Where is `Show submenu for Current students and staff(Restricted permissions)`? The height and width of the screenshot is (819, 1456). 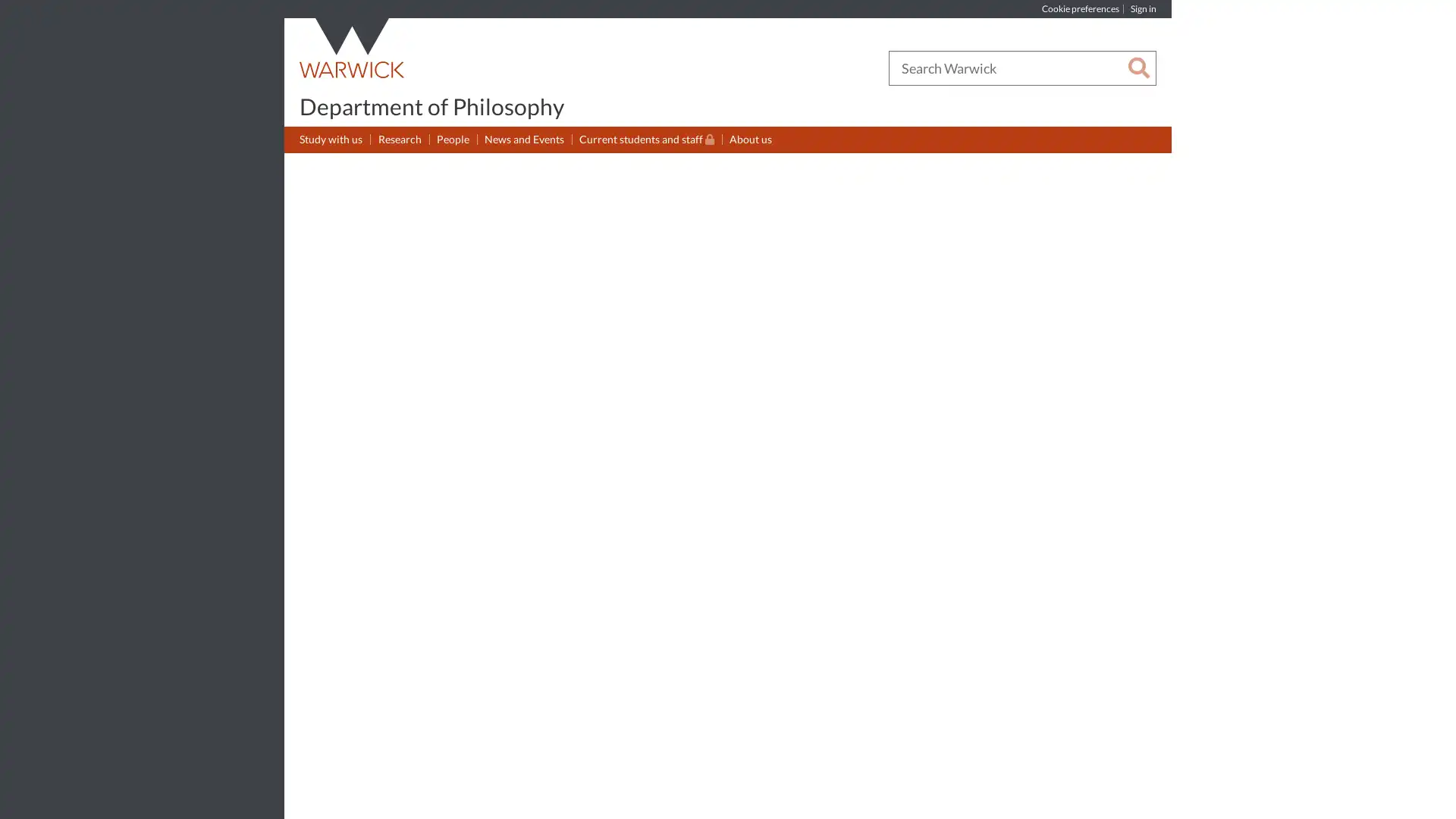 Show submenu for Current students and staff(Restricted permissions) is located at coordinates (582, 130).